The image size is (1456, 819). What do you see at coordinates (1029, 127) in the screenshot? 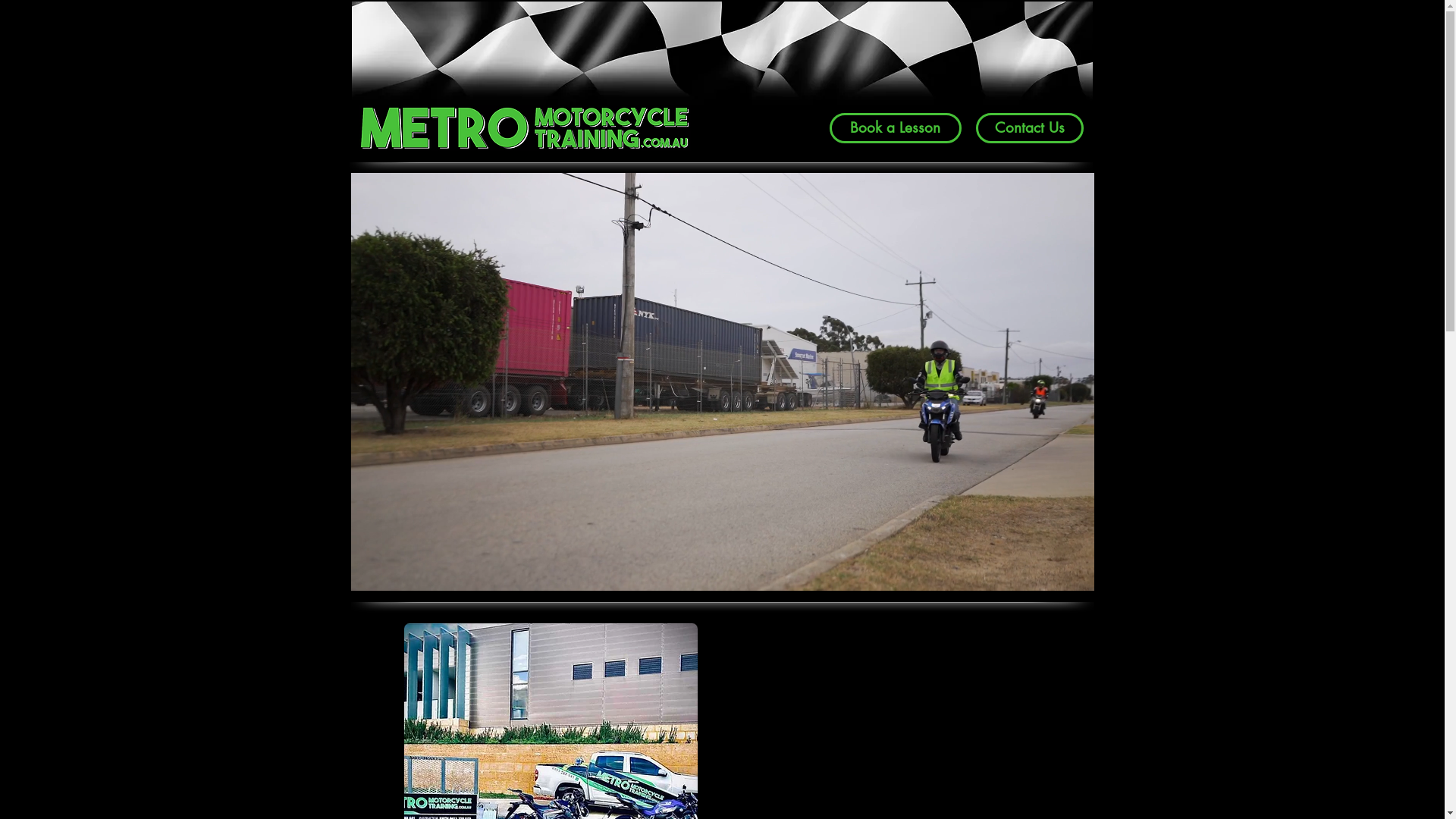
I see `'Contact Us'` at bounding box center [1029, 127].